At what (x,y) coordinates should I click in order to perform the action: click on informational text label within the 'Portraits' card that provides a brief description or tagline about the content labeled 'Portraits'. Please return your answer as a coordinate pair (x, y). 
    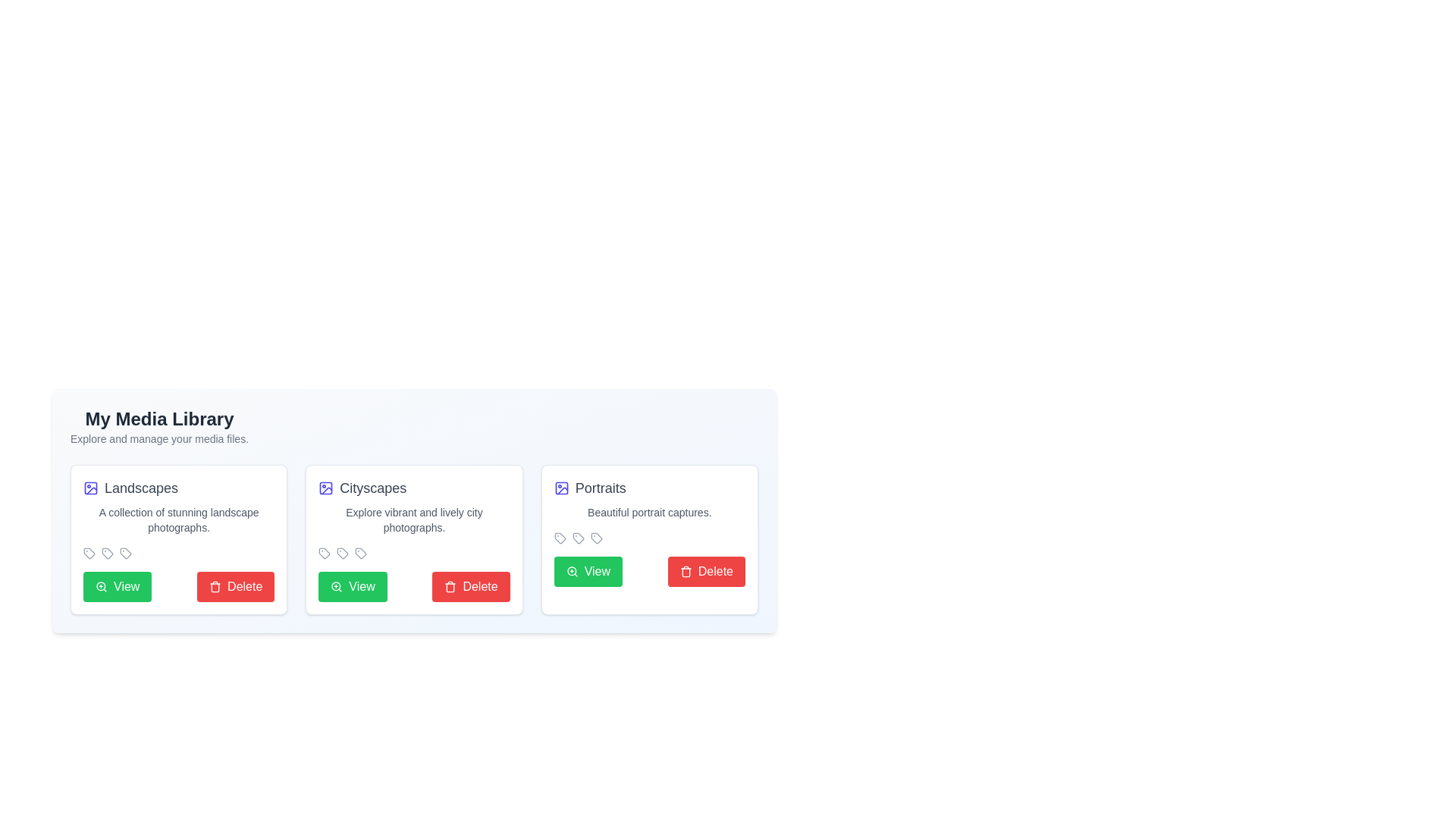
    Looking at the image, I should click on (649, 512).